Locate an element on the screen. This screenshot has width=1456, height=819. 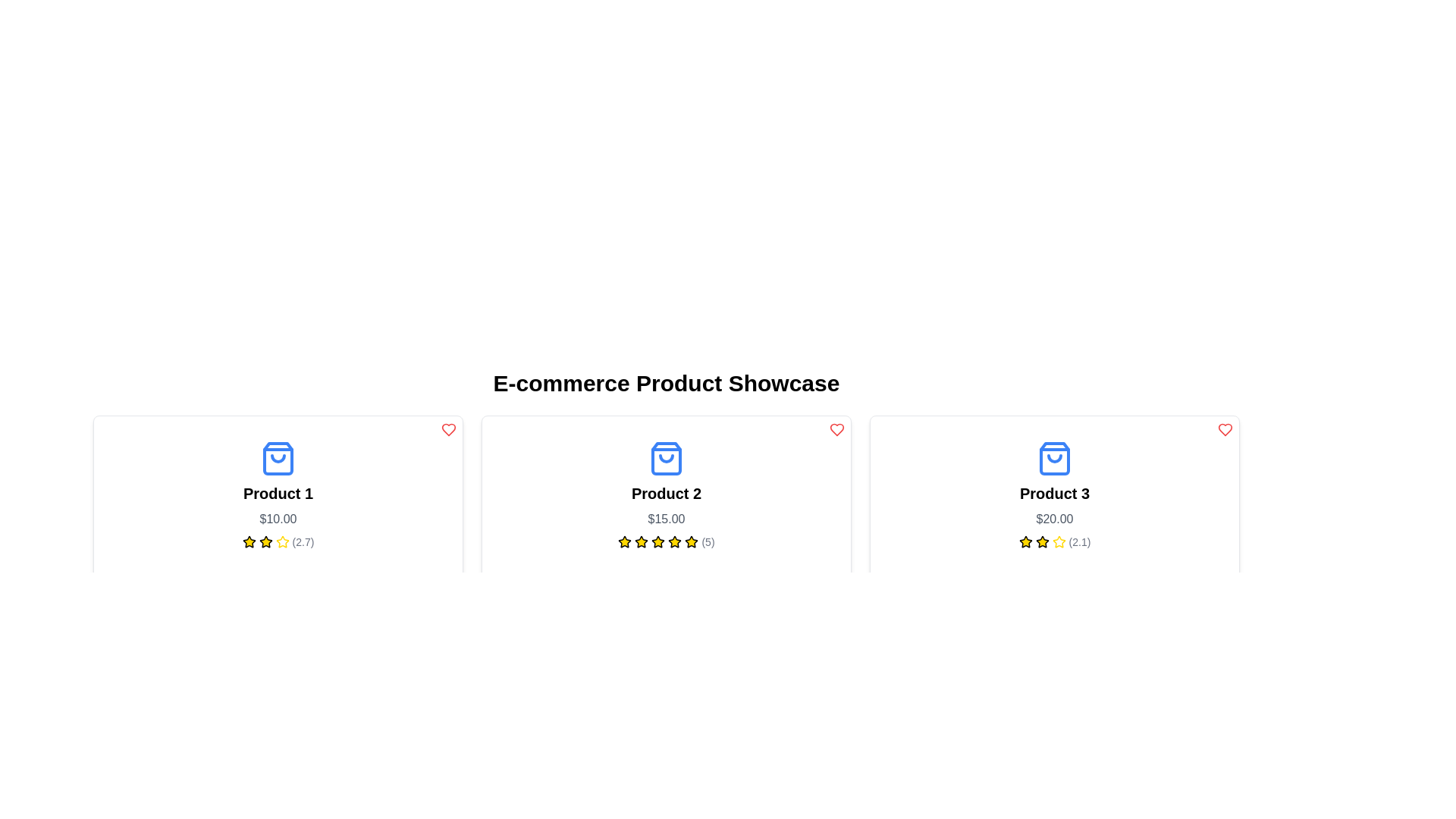
the rating indicator text '(2.7)' located below the product image and price of 'Product 1', positioned immediately to the right of the last star icon is located at coordinates (303, 541).